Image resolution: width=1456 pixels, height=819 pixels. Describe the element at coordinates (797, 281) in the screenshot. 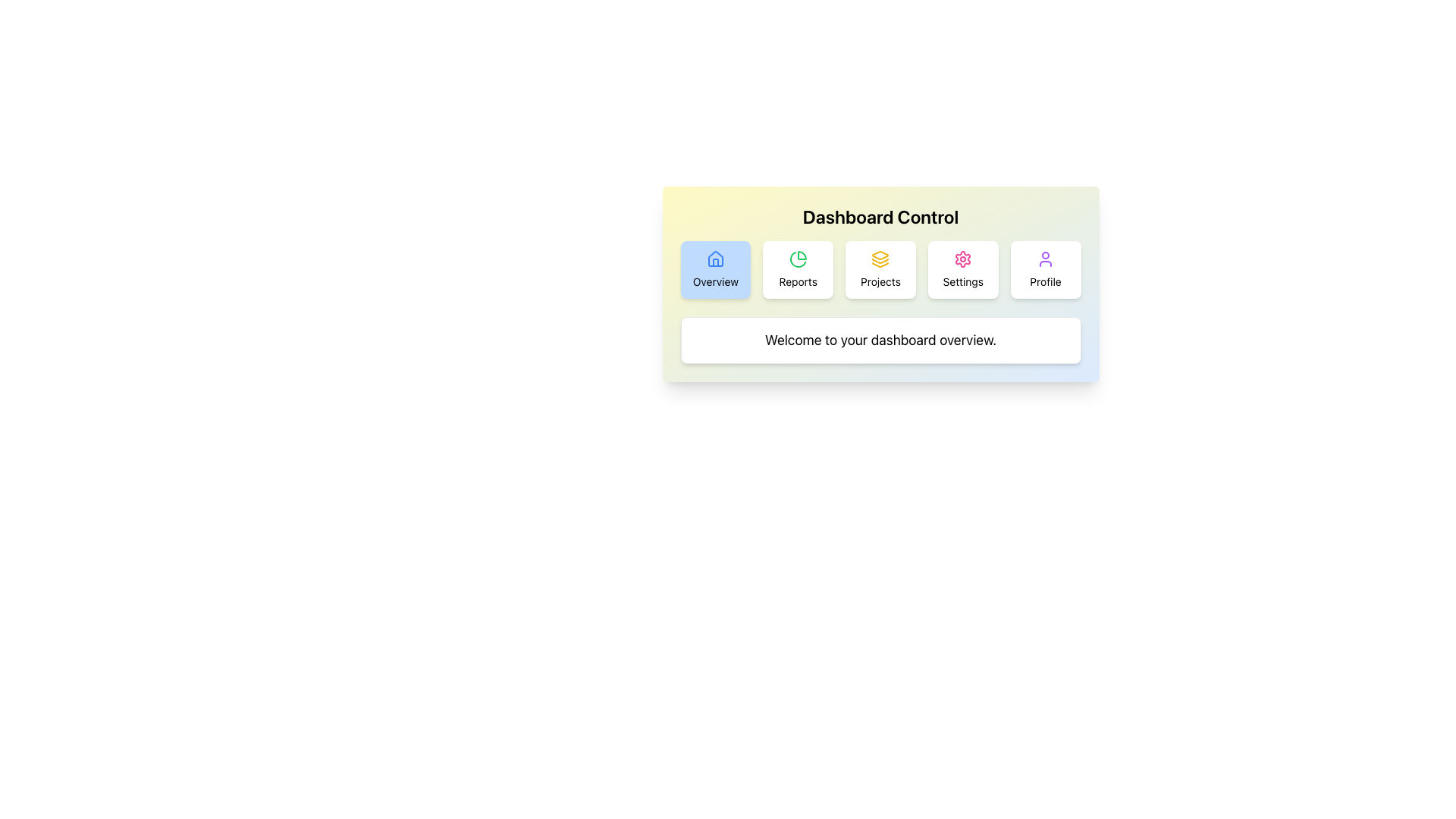

I see `the 'Reports' text label, which is displayed in a small-sized sans-serif font and is centrally aligned below a green pie chart icon` at that location.